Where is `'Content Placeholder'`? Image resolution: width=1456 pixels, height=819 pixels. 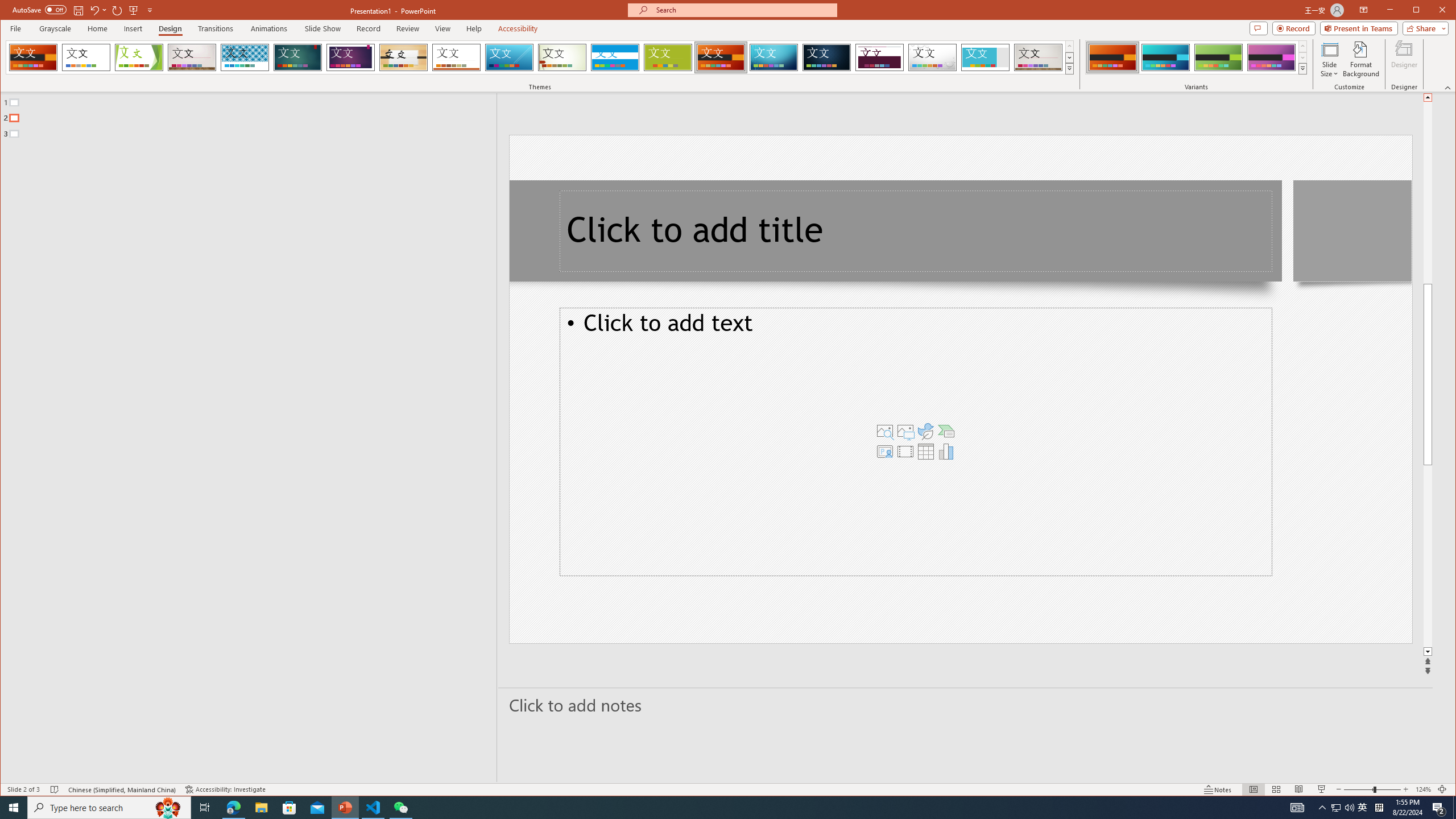 'Content Placeholder' is located at coordinates (916, 441).